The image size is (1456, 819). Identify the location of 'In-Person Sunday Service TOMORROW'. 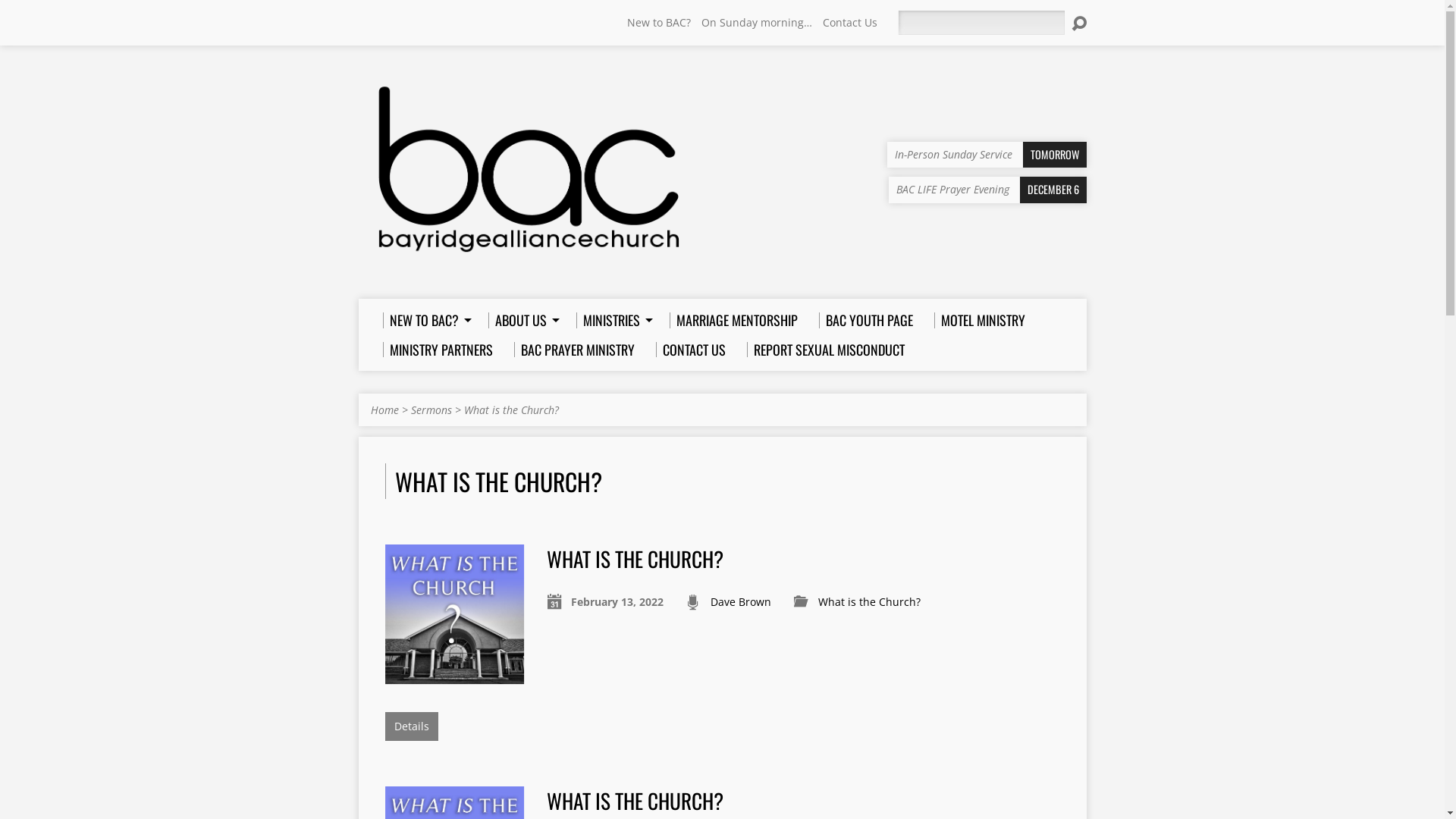
(987, 155).